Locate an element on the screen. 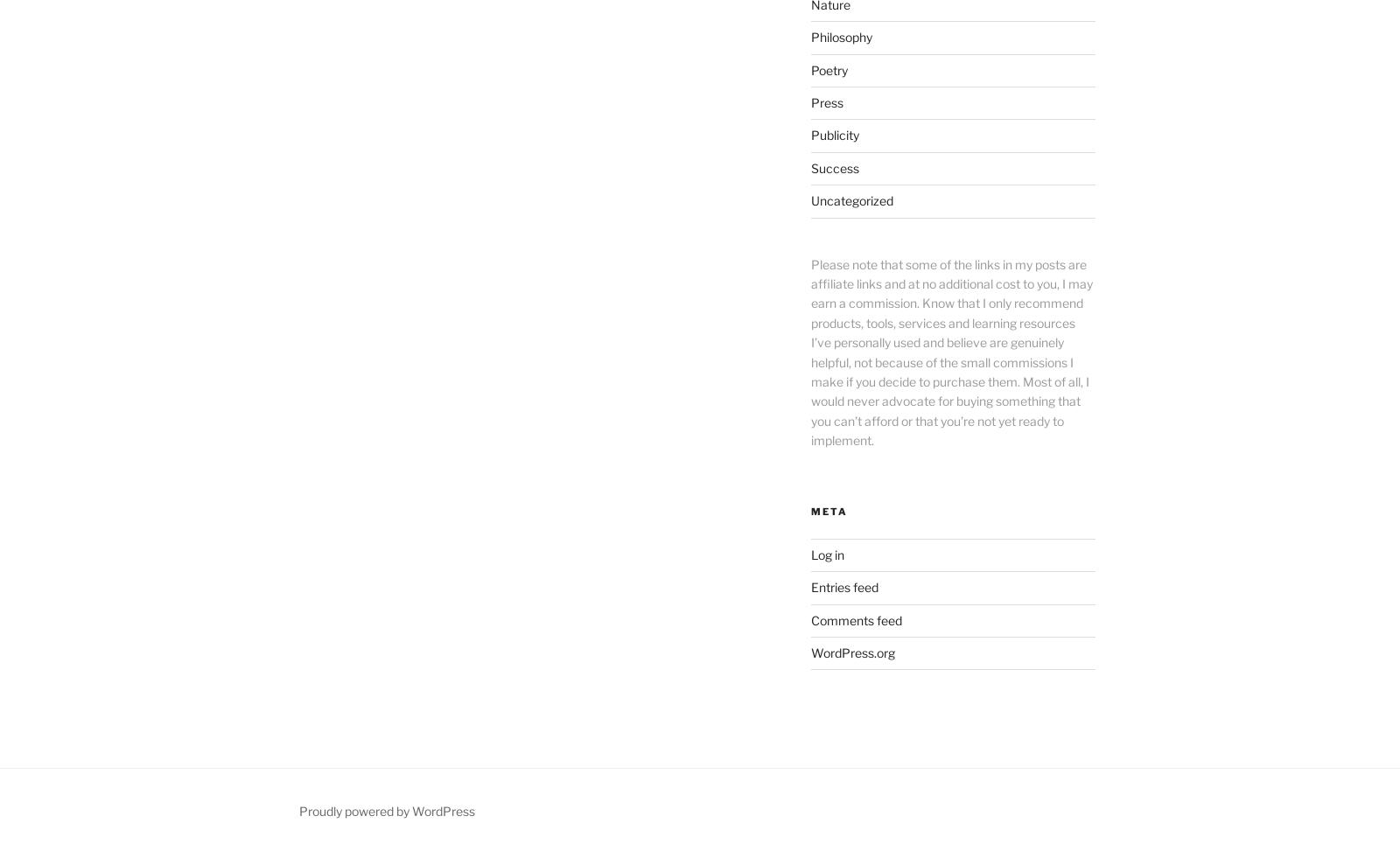  'Success' is located at coordinates (833, 167).